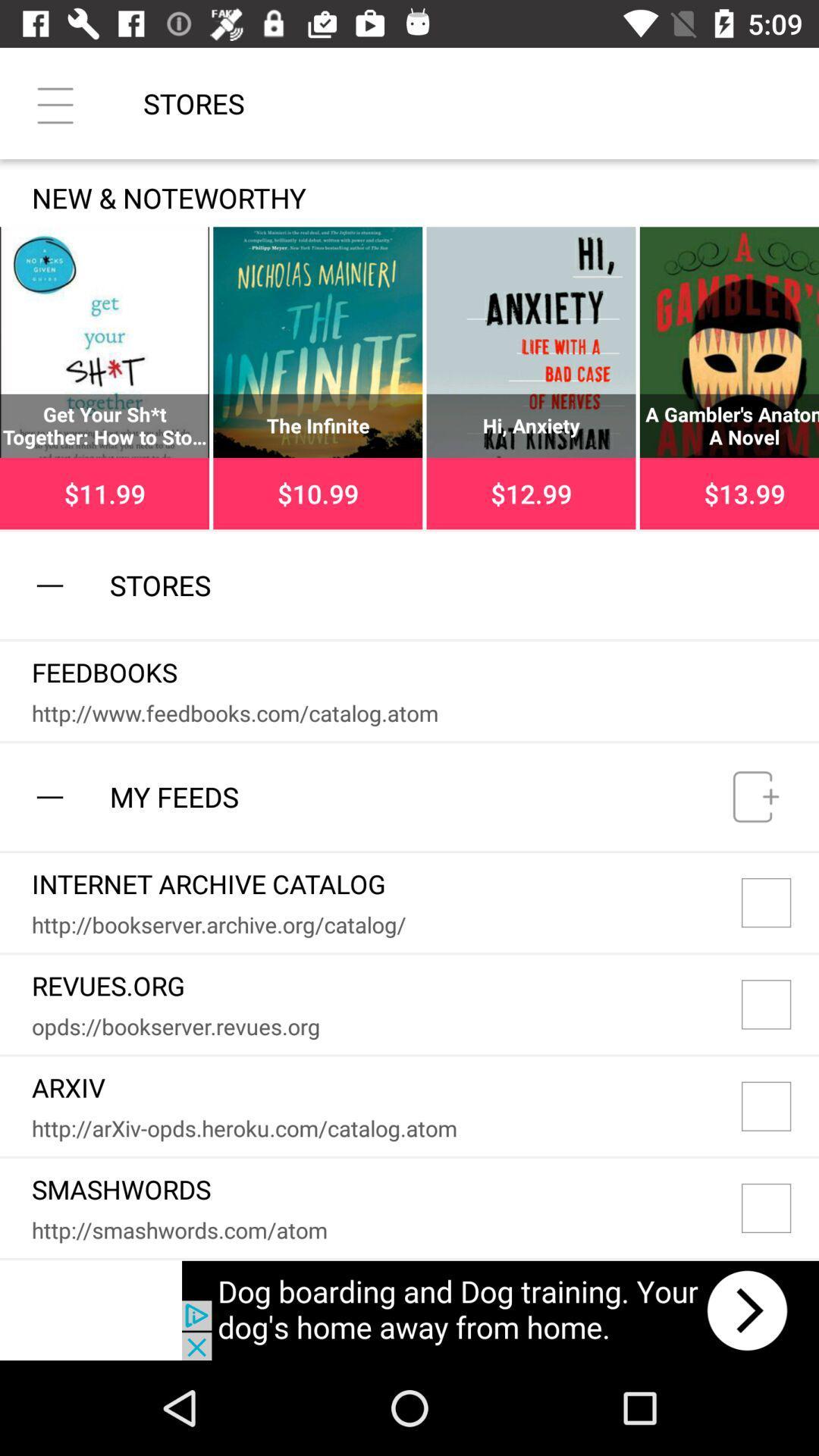 The image size is (819, 1456). Describe the element at coordinates (780, 1106) in the screenshot. I see `arxiv` at that location.